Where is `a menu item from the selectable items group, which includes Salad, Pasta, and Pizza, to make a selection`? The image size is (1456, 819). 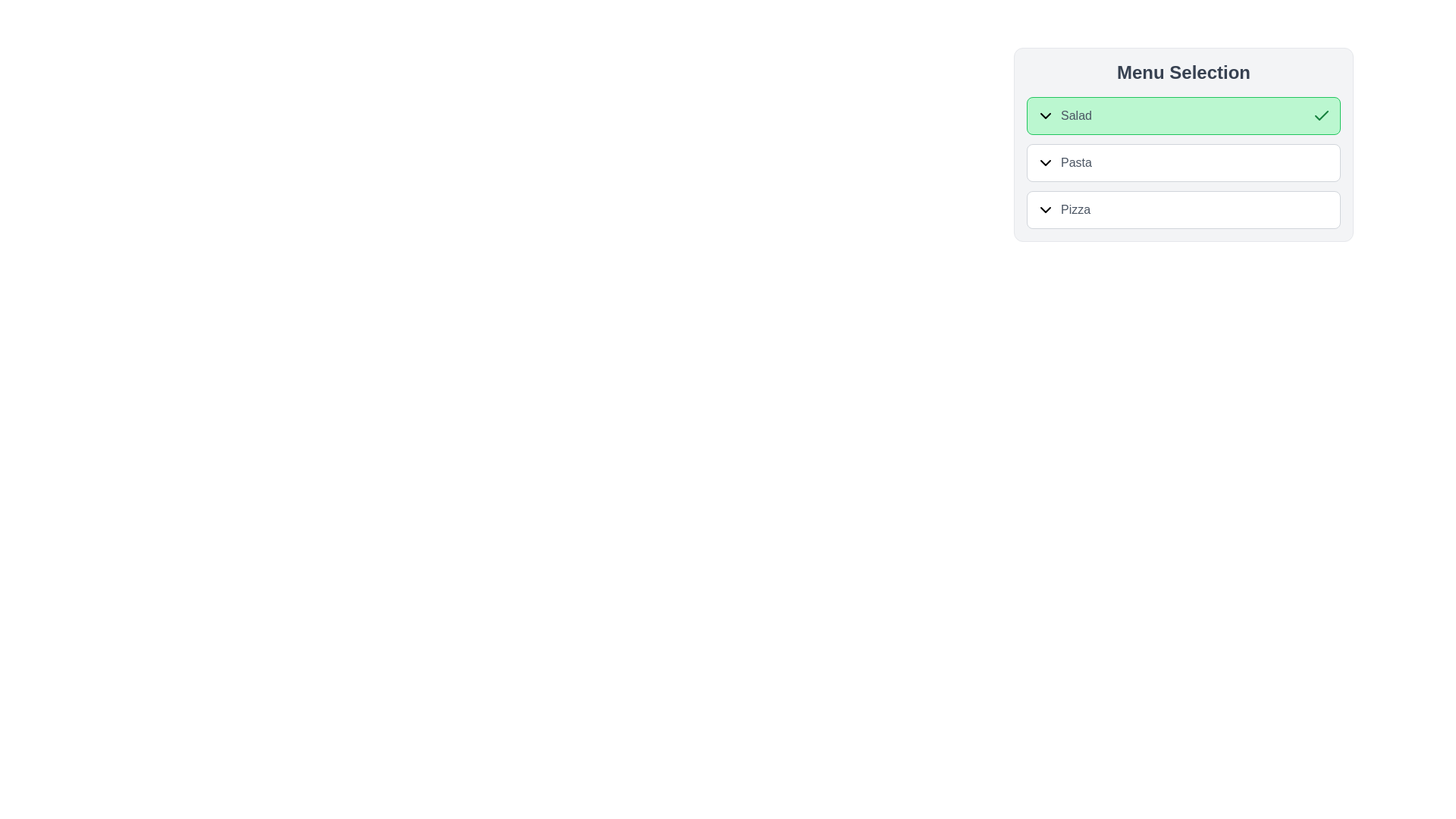 a menu item from the selectable items group, which includes Salad, Pasta, and Pizza, to make a selection is located at coordinates (1182, 145).